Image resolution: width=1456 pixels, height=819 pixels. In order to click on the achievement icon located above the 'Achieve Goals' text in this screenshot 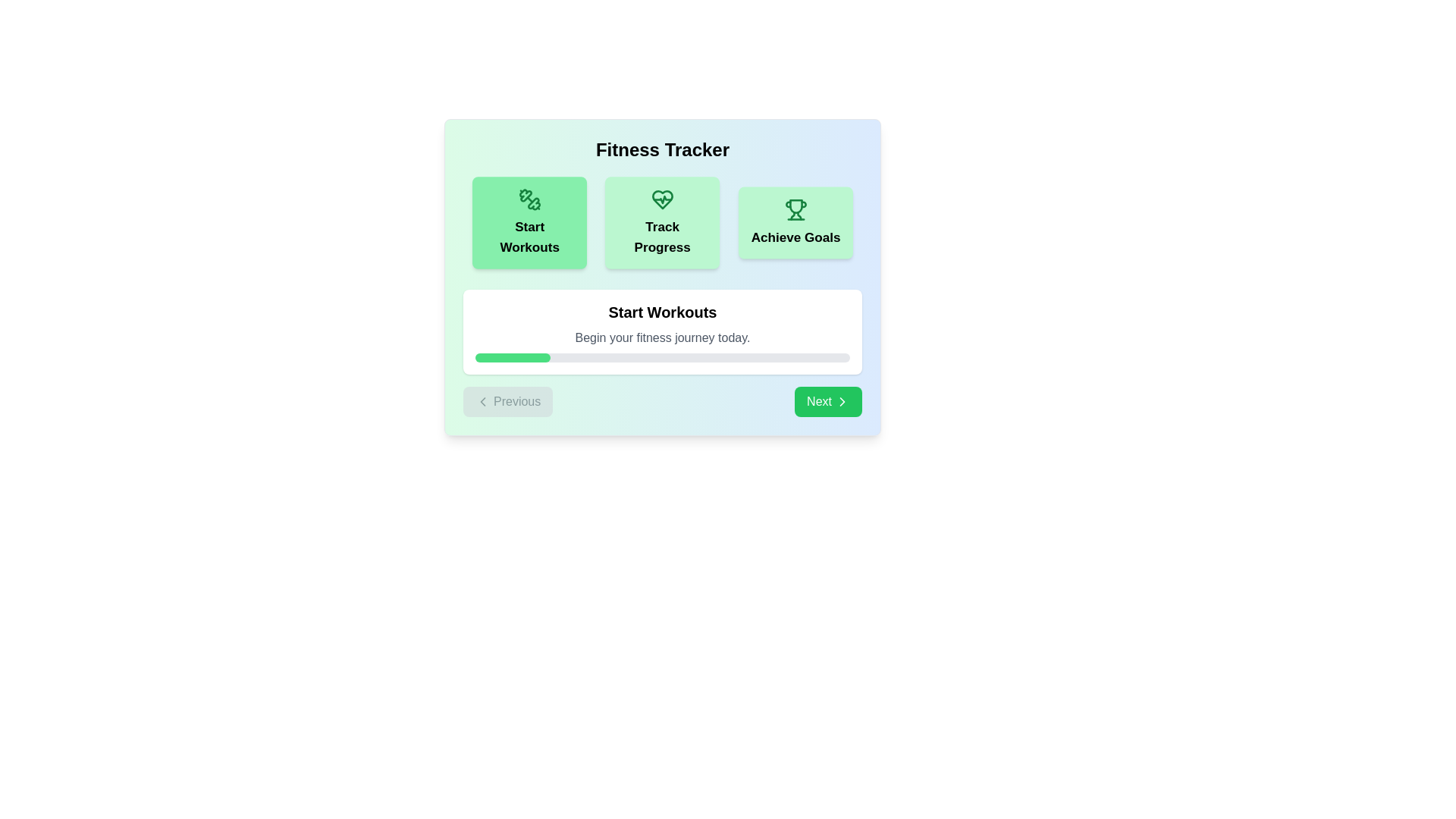, I will do `click(795, 209)`.